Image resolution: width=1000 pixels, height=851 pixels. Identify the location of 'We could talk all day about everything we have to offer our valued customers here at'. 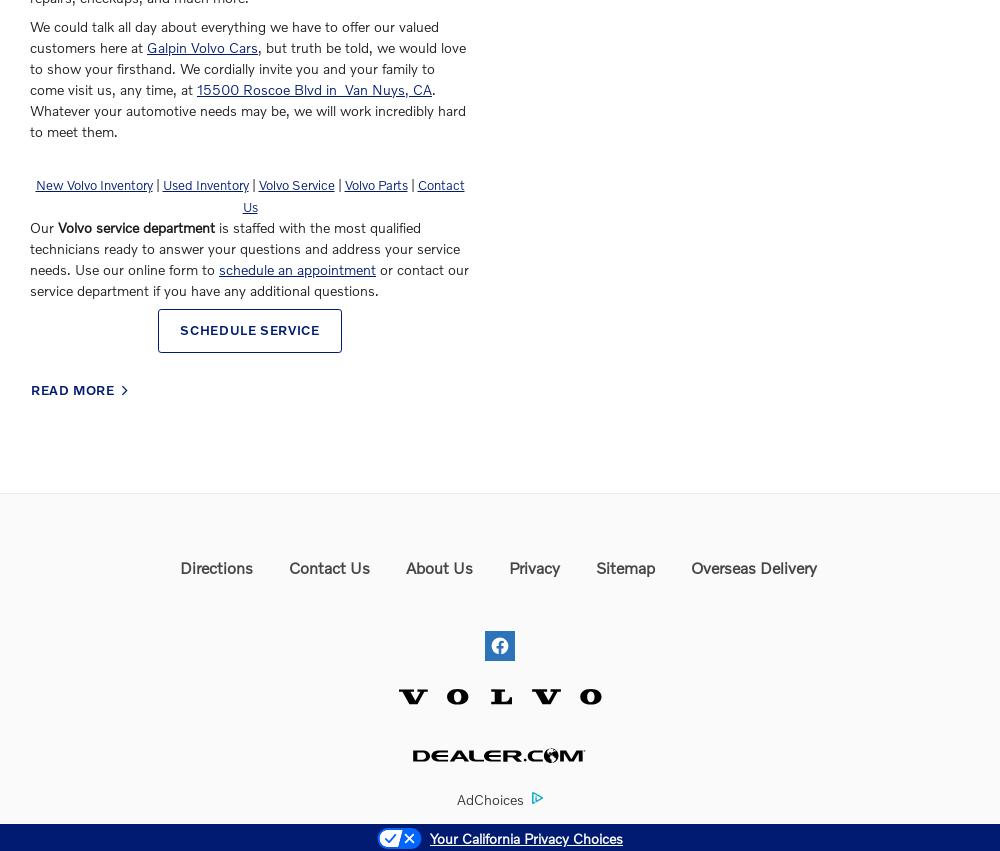
(233, 36).